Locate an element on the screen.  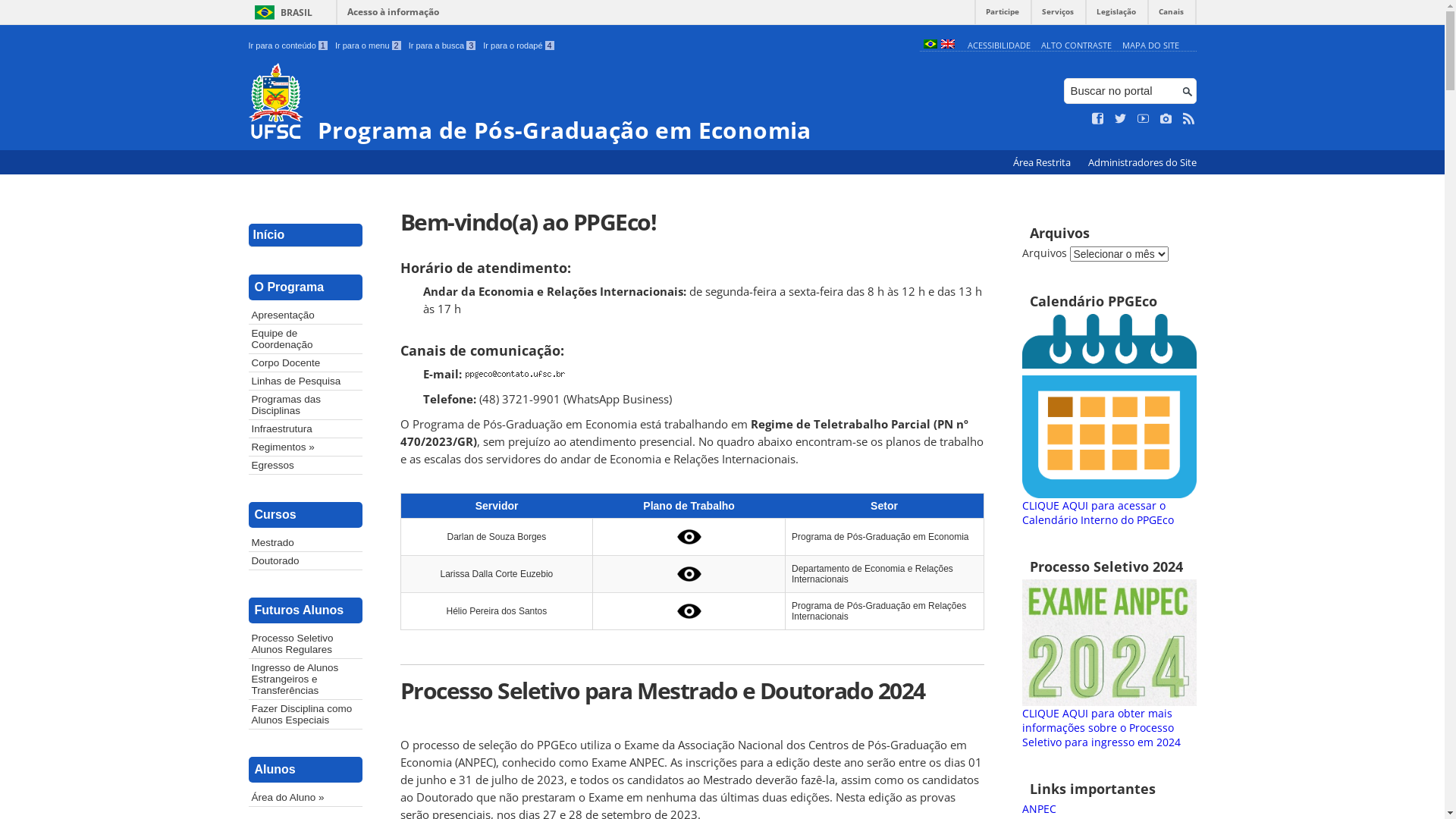
'ANPEC' is located at coordinates (1038, 808).